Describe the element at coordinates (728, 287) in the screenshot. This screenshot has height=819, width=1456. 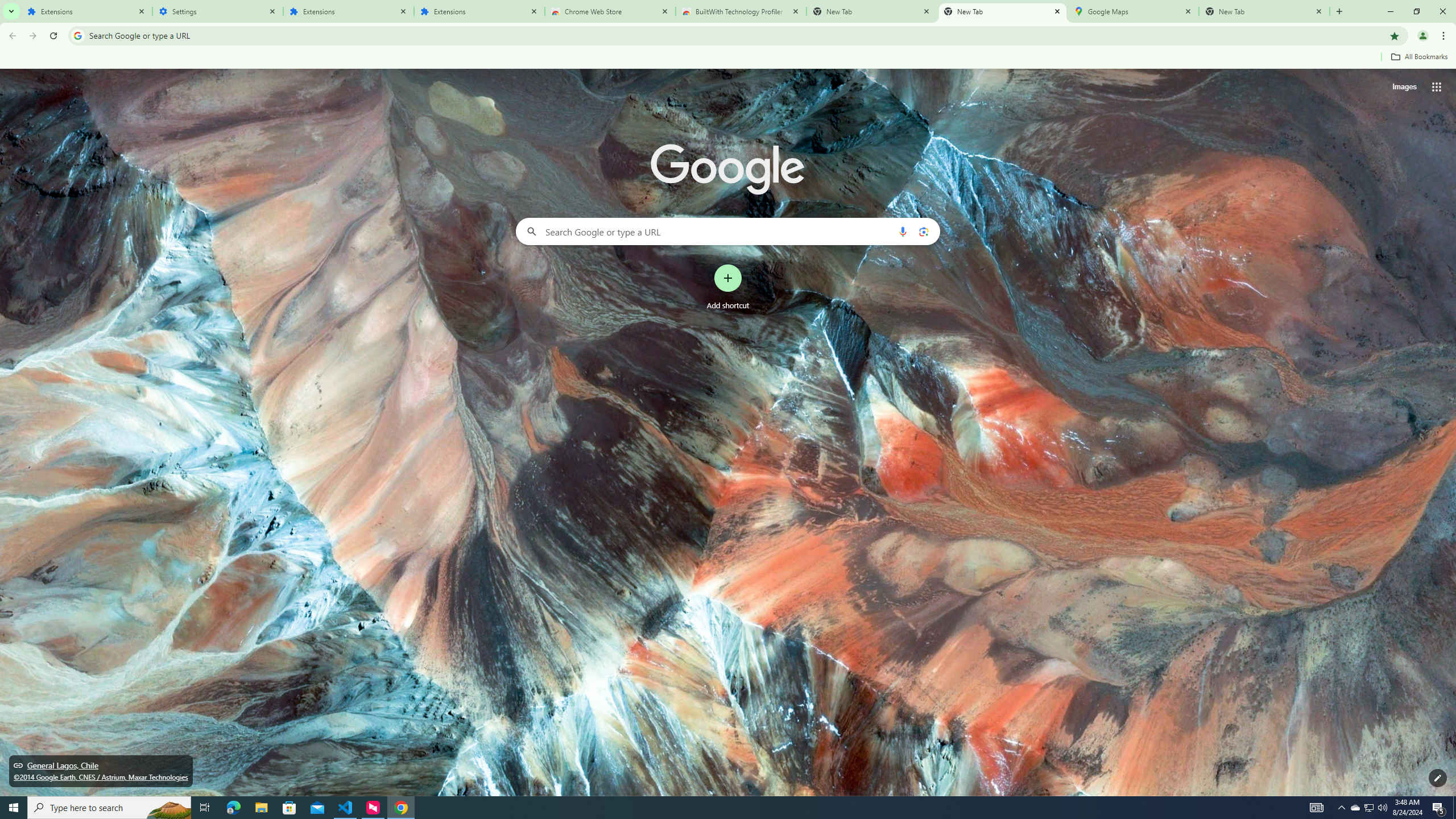
I see `'Add shortcut'` at that location.